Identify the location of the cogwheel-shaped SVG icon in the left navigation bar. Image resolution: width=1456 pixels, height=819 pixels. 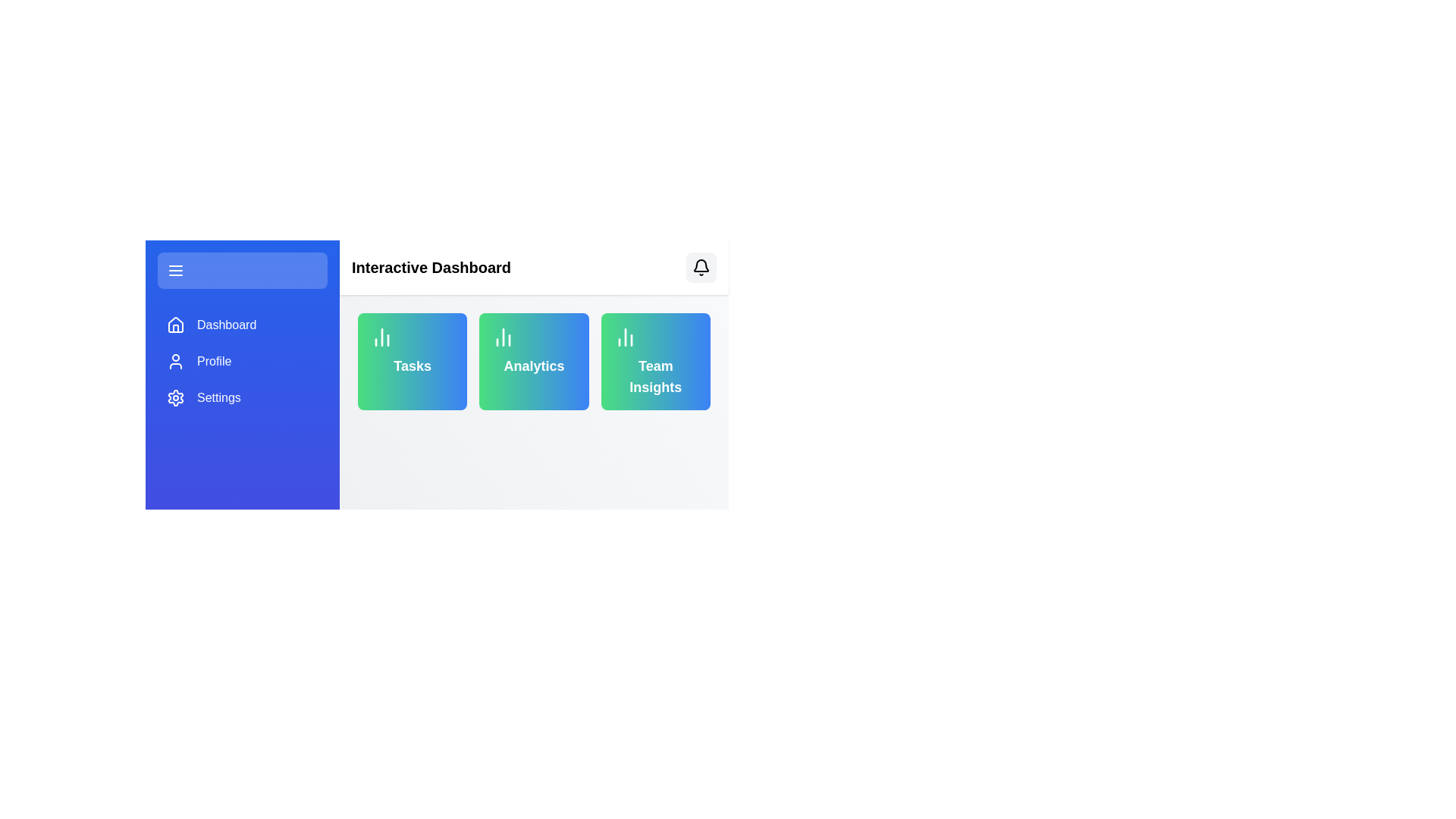
(175, 397).